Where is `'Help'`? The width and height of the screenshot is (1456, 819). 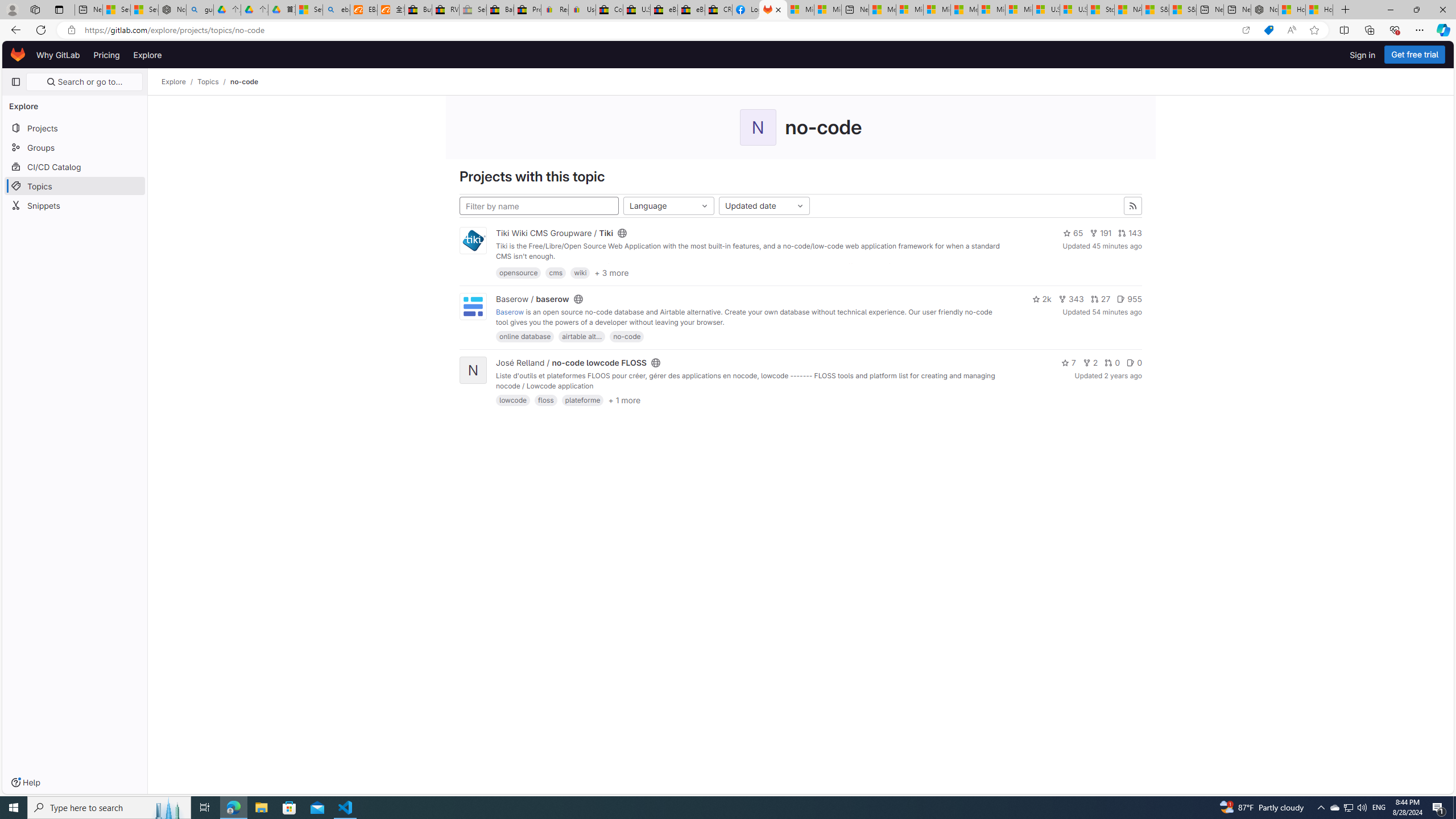 'Help' is located at coordinates (25, 781).